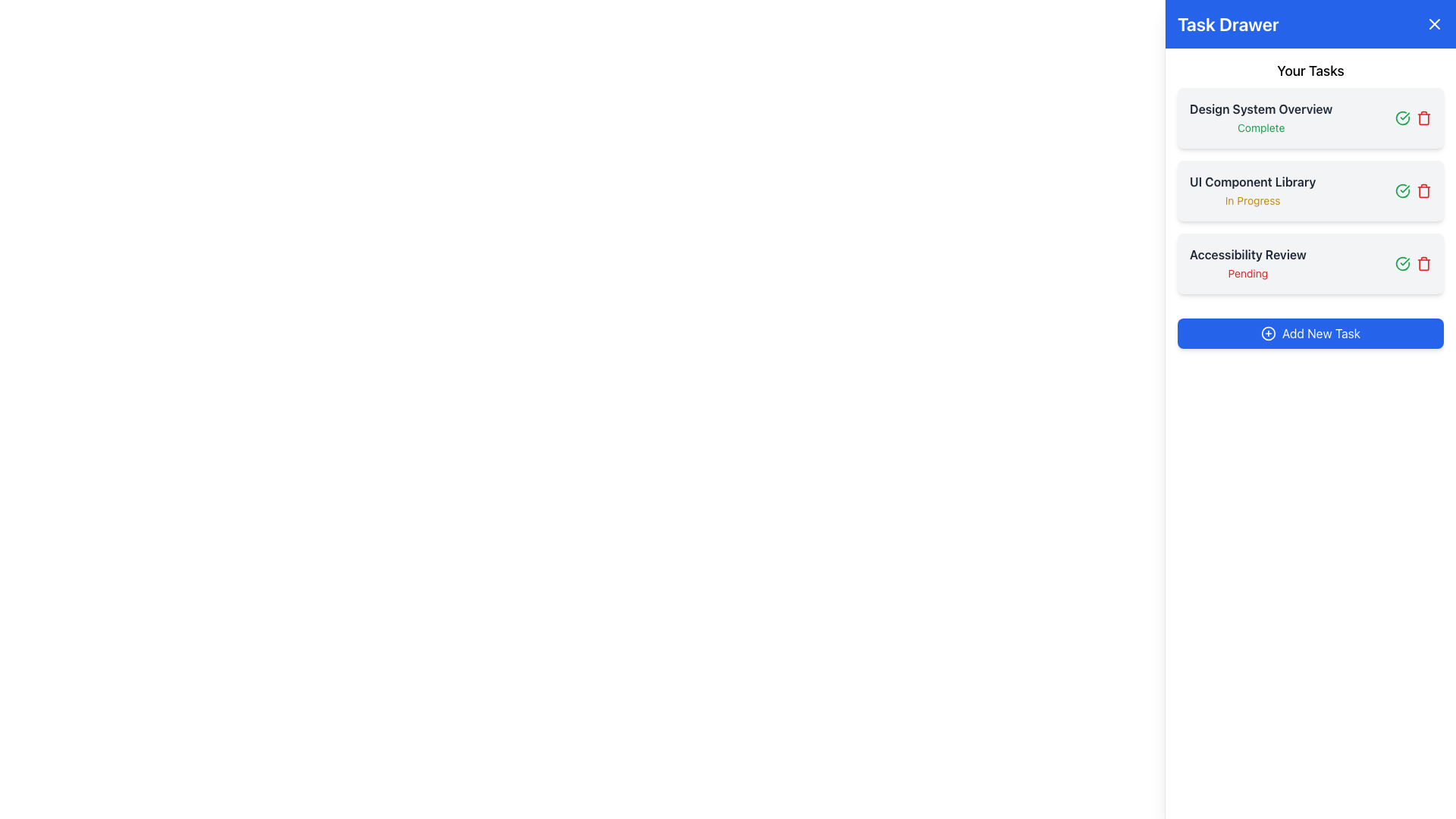  I want to click on the static text label indicating the status of the 'Accessibility Review' task as 'Pending', so click(1247, 273).